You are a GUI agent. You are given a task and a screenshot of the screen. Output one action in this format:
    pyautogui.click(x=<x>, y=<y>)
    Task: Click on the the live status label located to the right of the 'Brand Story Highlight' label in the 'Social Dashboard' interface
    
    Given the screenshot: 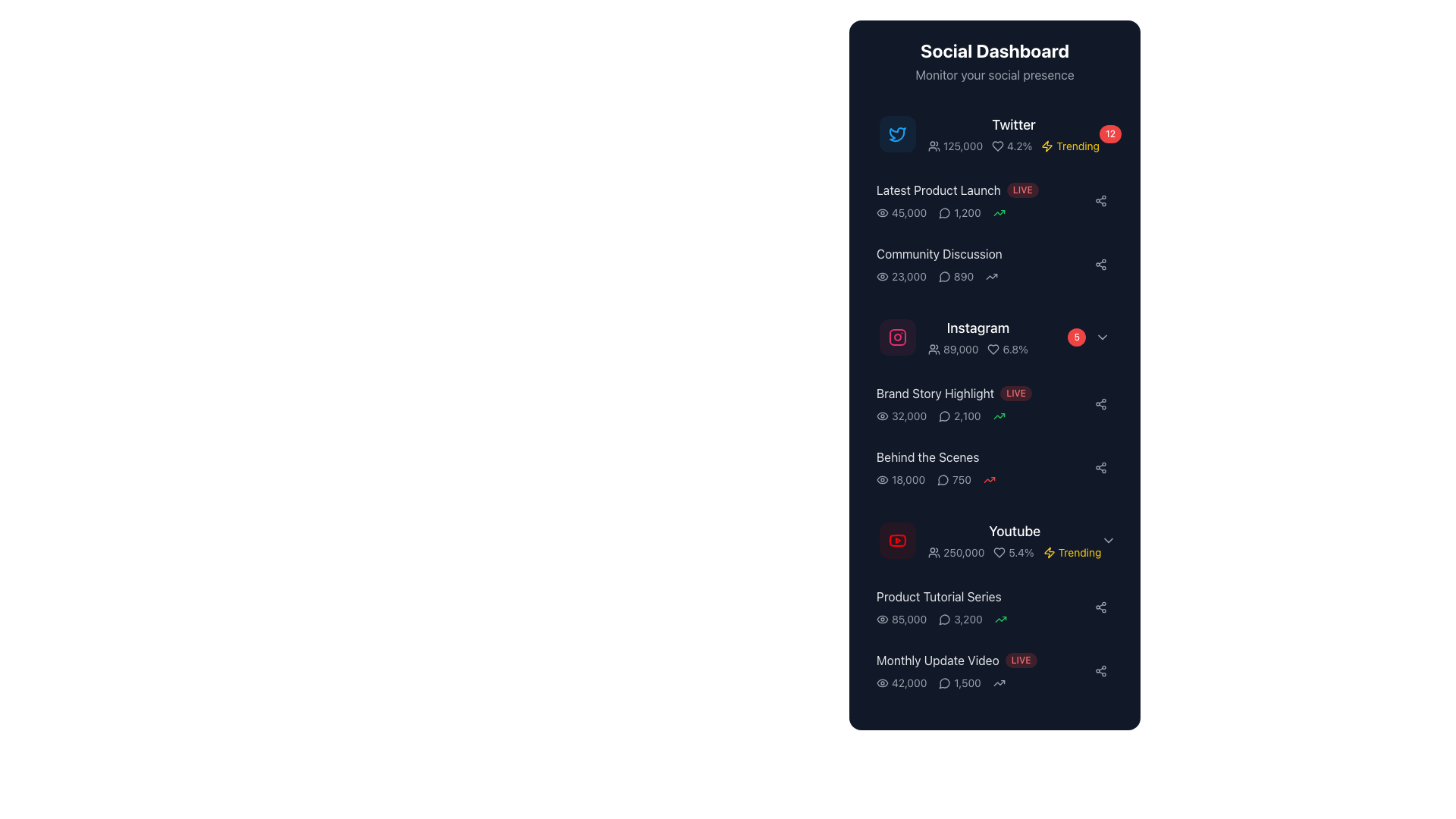 What is the action you would take?
    pyautogui.click(x=1016, y=393)
    